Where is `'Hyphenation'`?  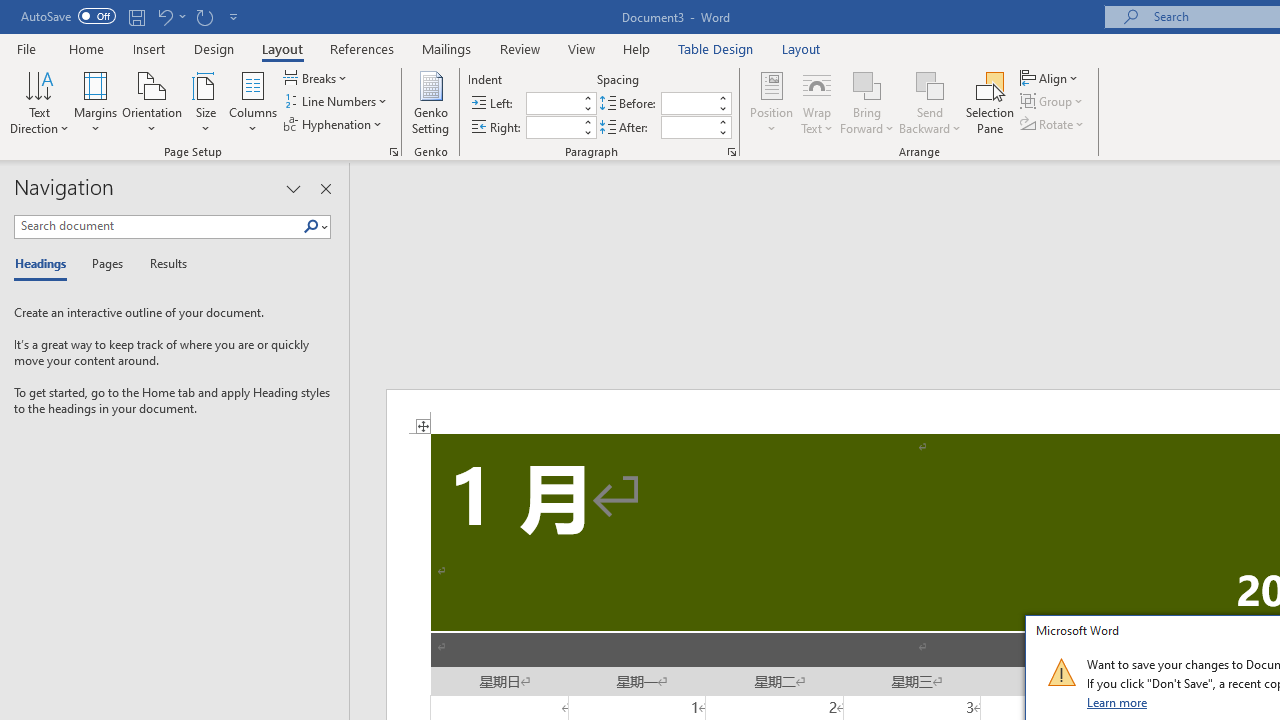
'Hyphenation' is located at coordinates (334, 124).